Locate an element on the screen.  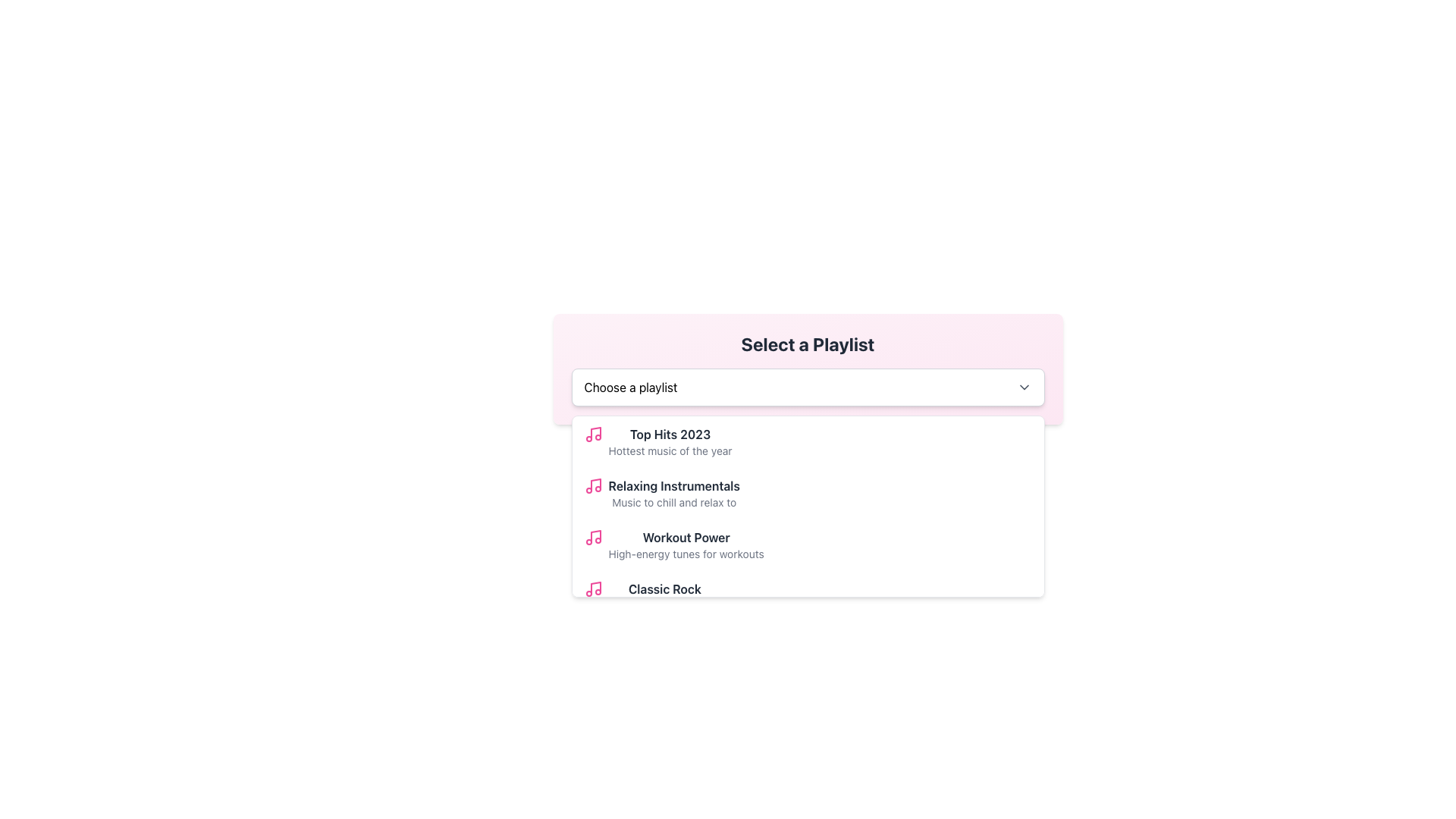
the SVG icon representing the 'Workout Power' playlist, which serves as a visual cue for the playlist is located at coordinates (592, 537).